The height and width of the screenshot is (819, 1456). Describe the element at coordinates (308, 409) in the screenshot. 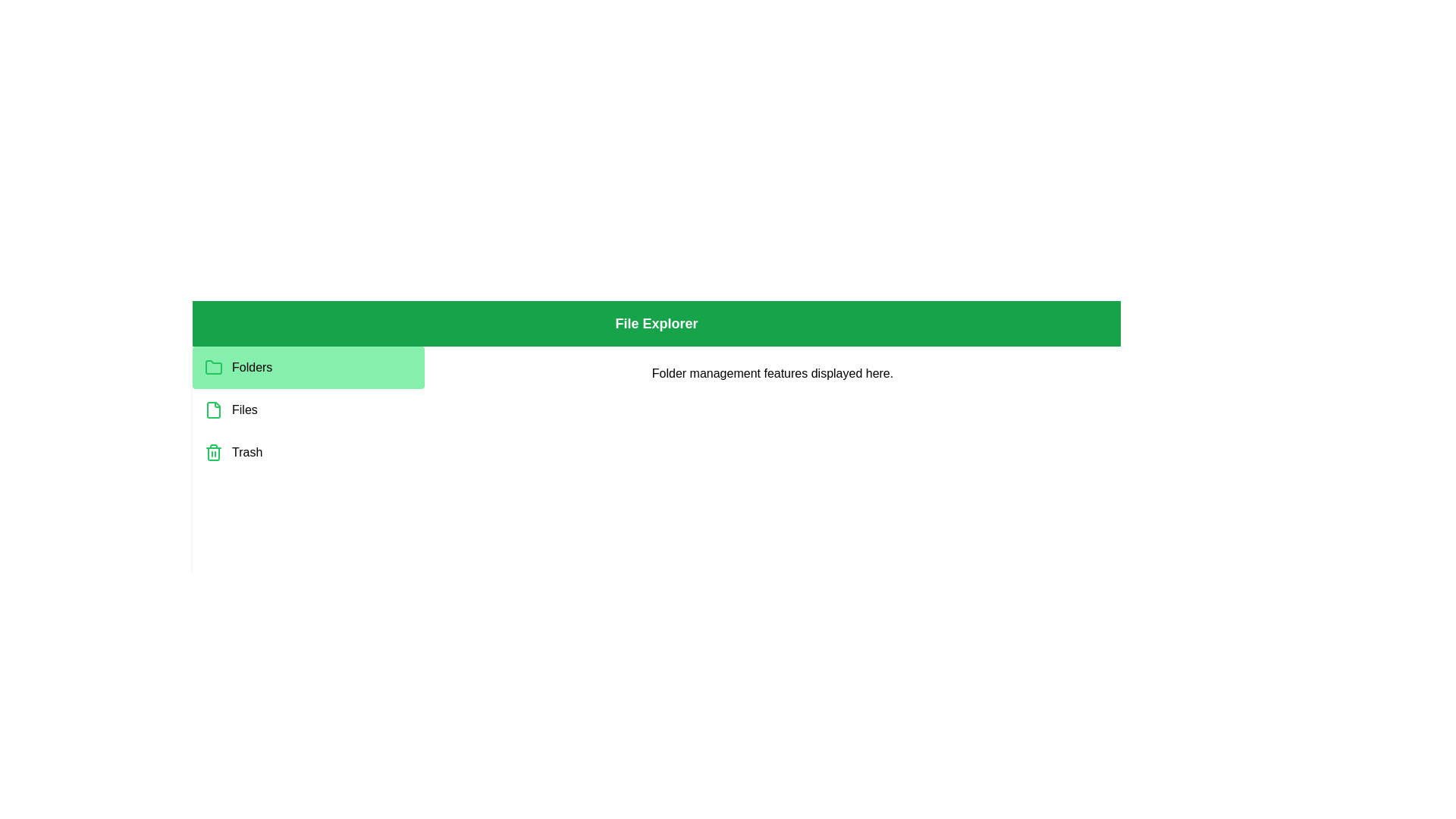

I see `the Files menu by clicking on its corresponding menu item` at that location.